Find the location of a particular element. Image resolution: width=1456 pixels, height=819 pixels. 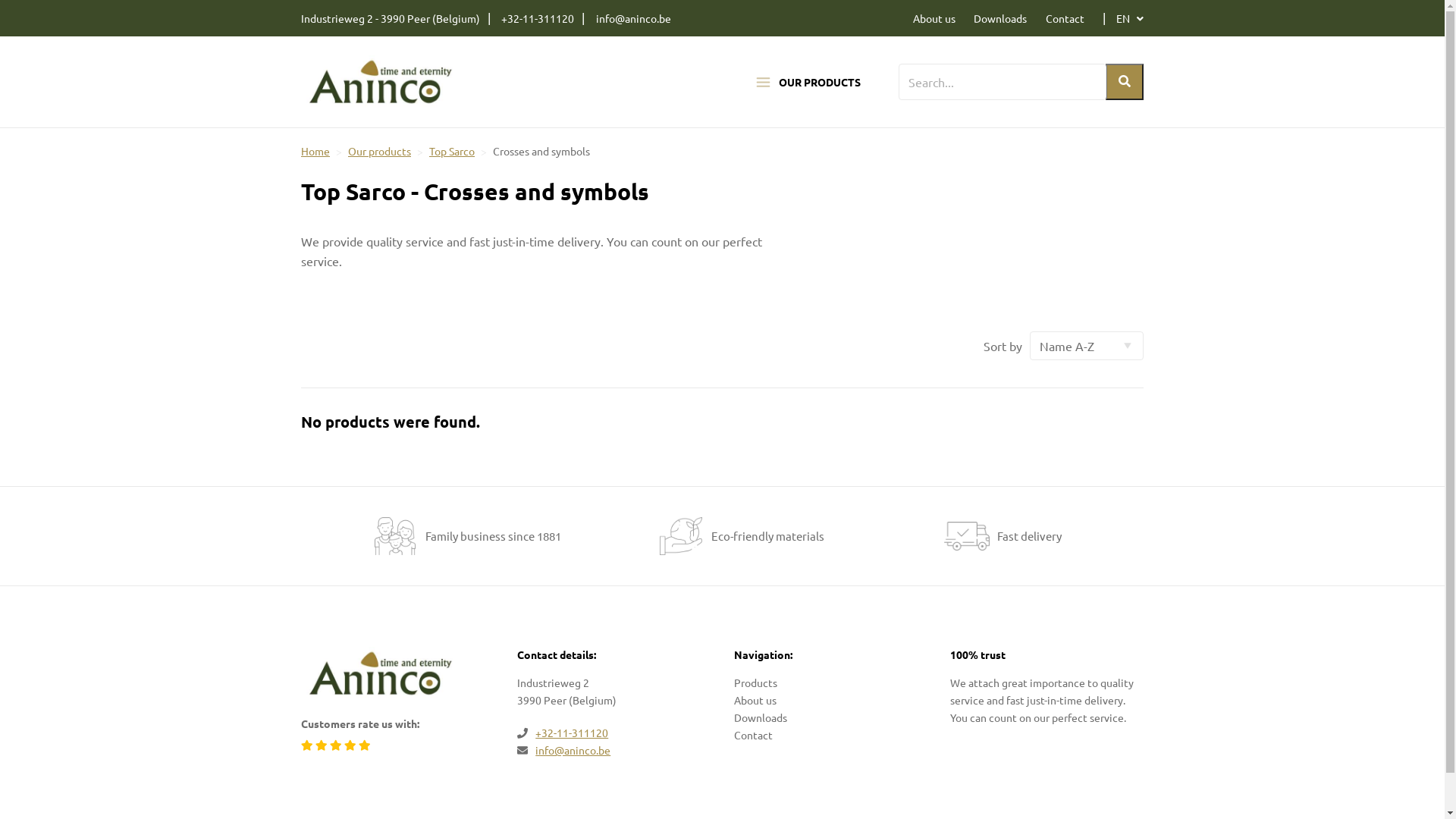

'Home' is located at coordinates (315, 151).